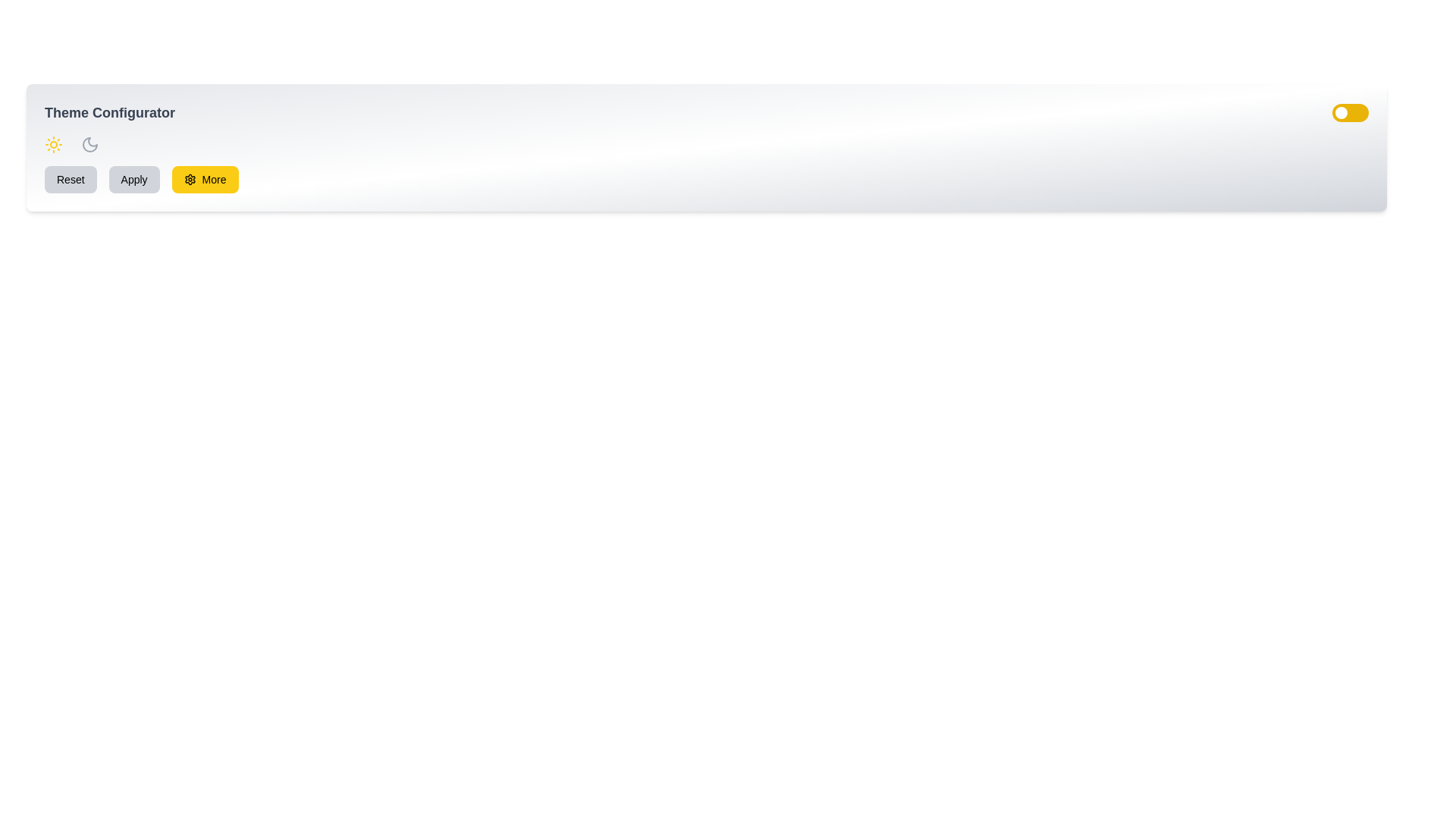 The height and width of the screenshot is (819, 1456). I want to click on the toggle switch, so click(1347, 112).